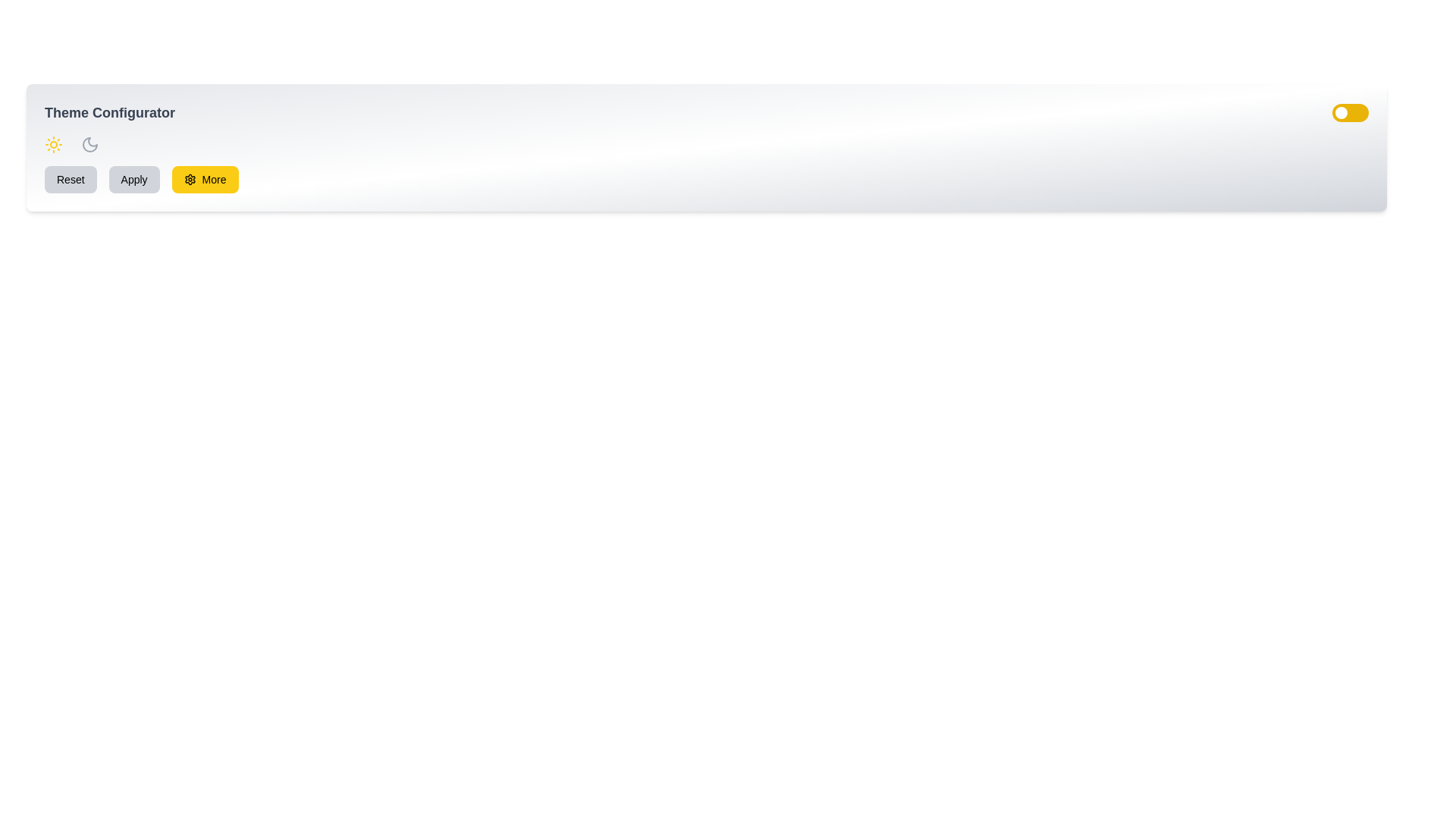 The height and width of the screenshot is (819, 1456). I want to click on the toggle switch, so click(1347, 112).